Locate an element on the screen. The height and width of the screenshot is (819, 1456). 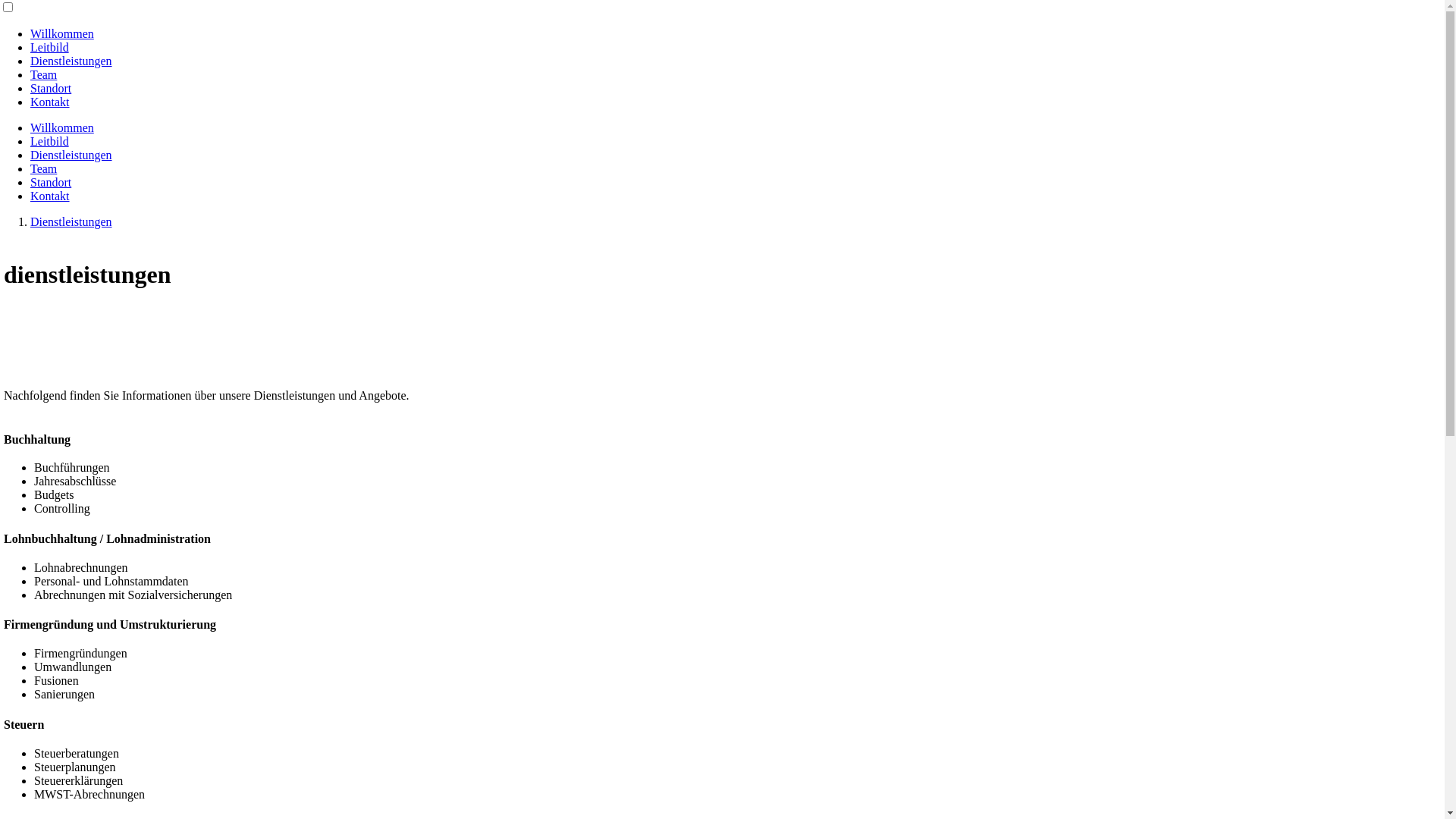
'Dienstleistungen' is located at coordinates (30, 221).